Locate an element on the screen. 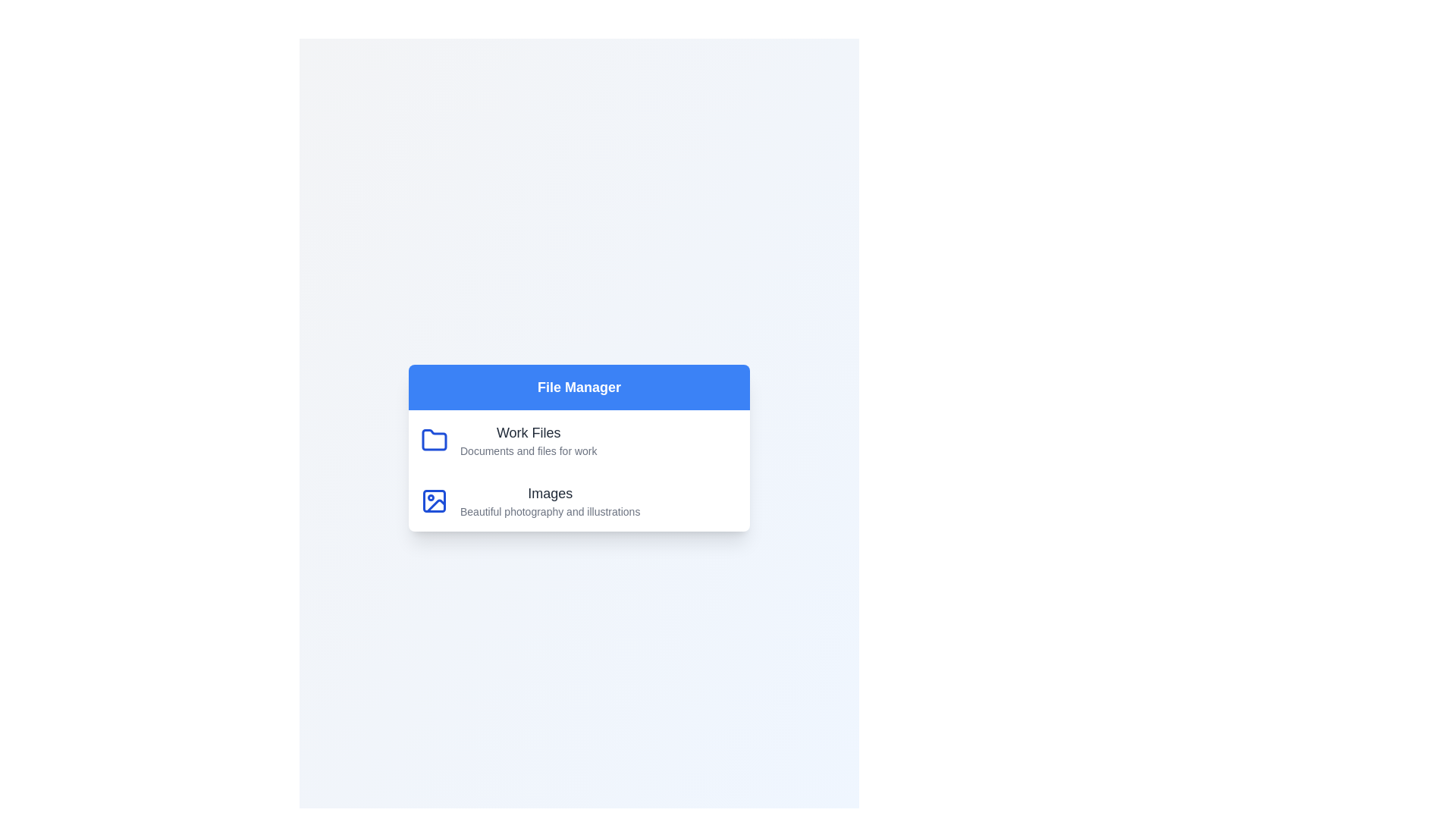 The image size is (1456, 819). the description text of the category Work Files is located at coordinates (528, 450).